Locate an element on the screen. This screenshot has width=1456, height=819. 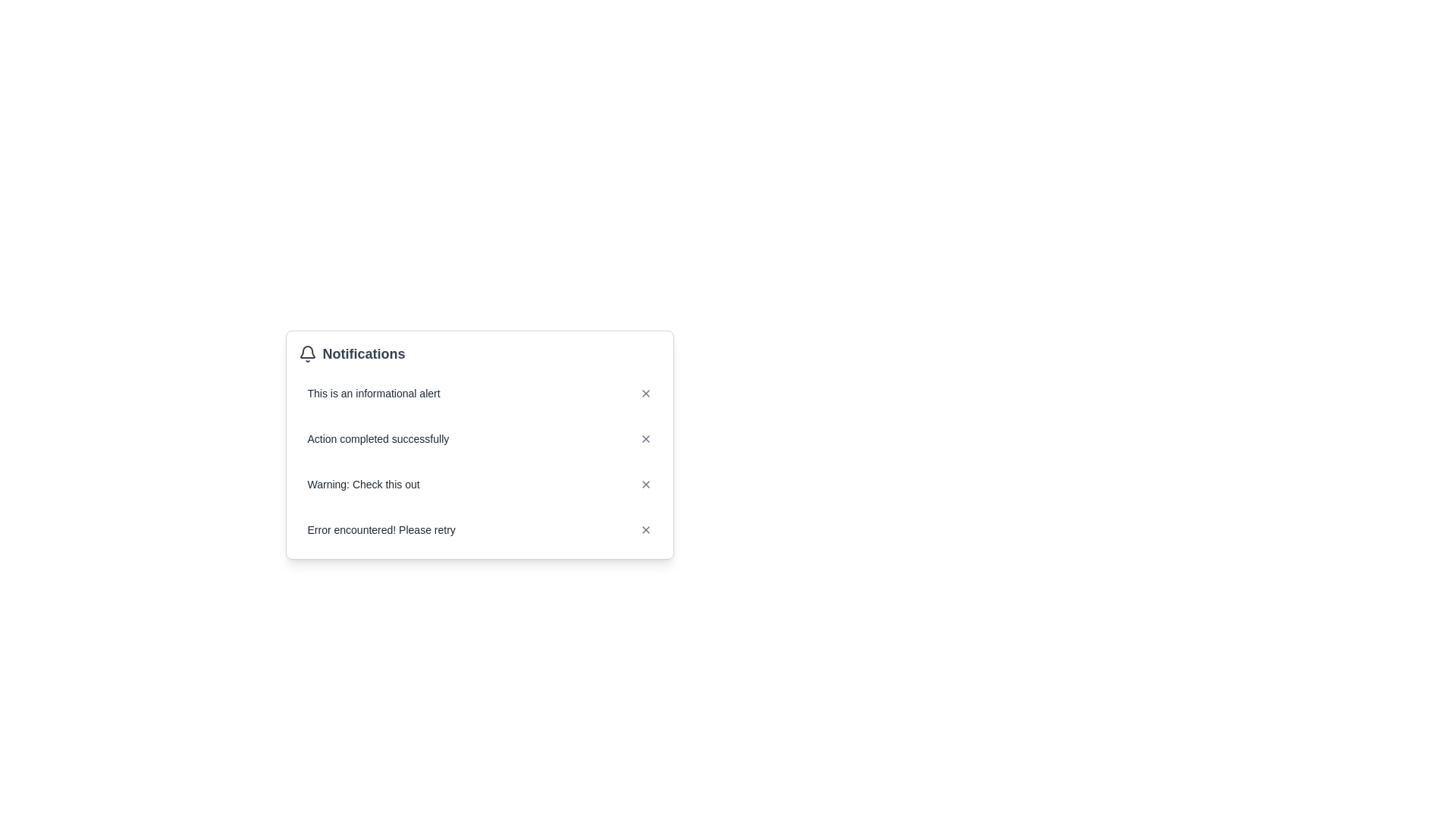
the close button on the notification message 'Error encountered! Please retry.' is located at coordinates (645, 529).